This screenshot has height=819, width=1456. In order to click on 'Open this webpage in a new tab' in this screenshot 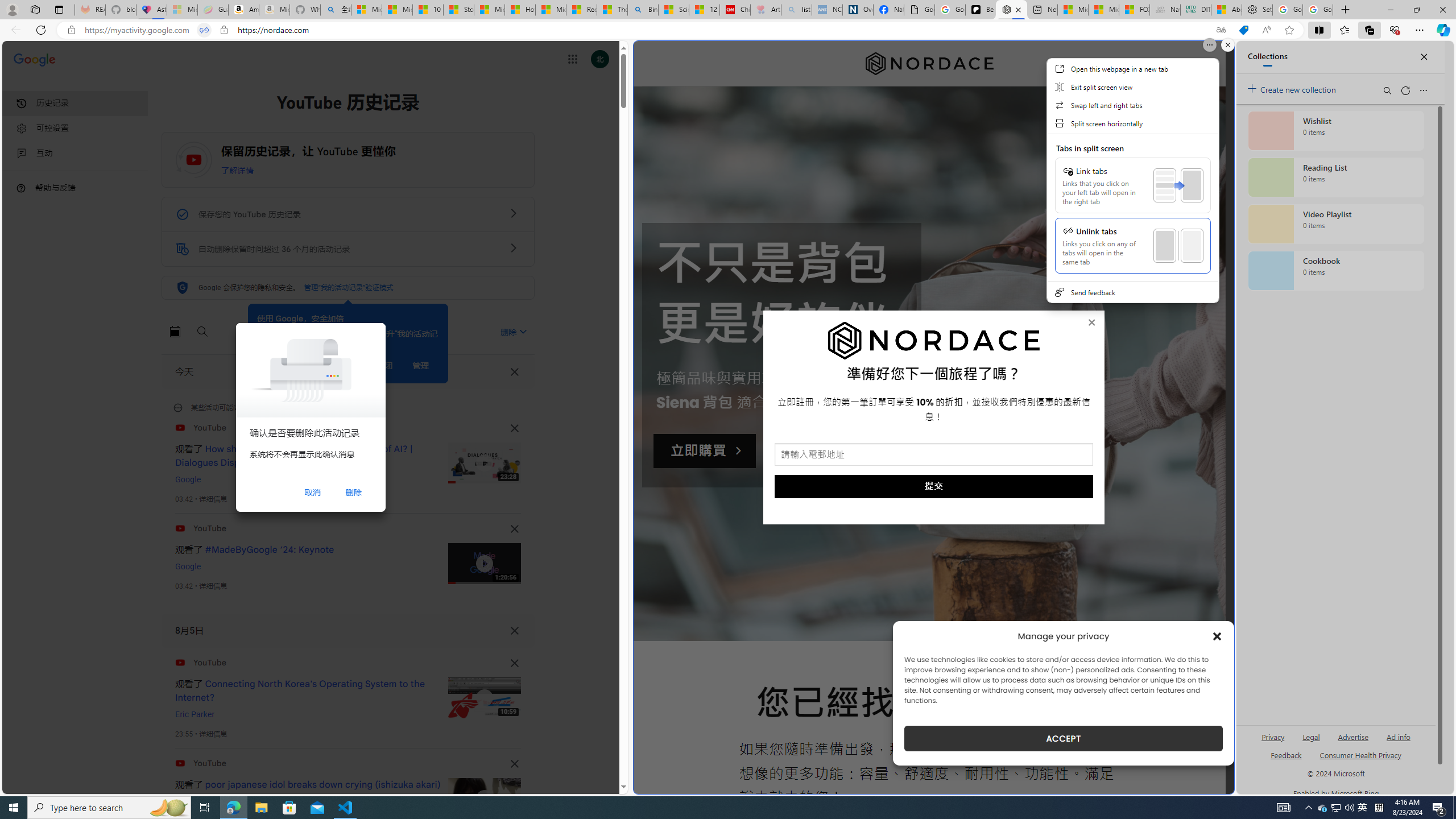, I will do `click(1132, 68)`.